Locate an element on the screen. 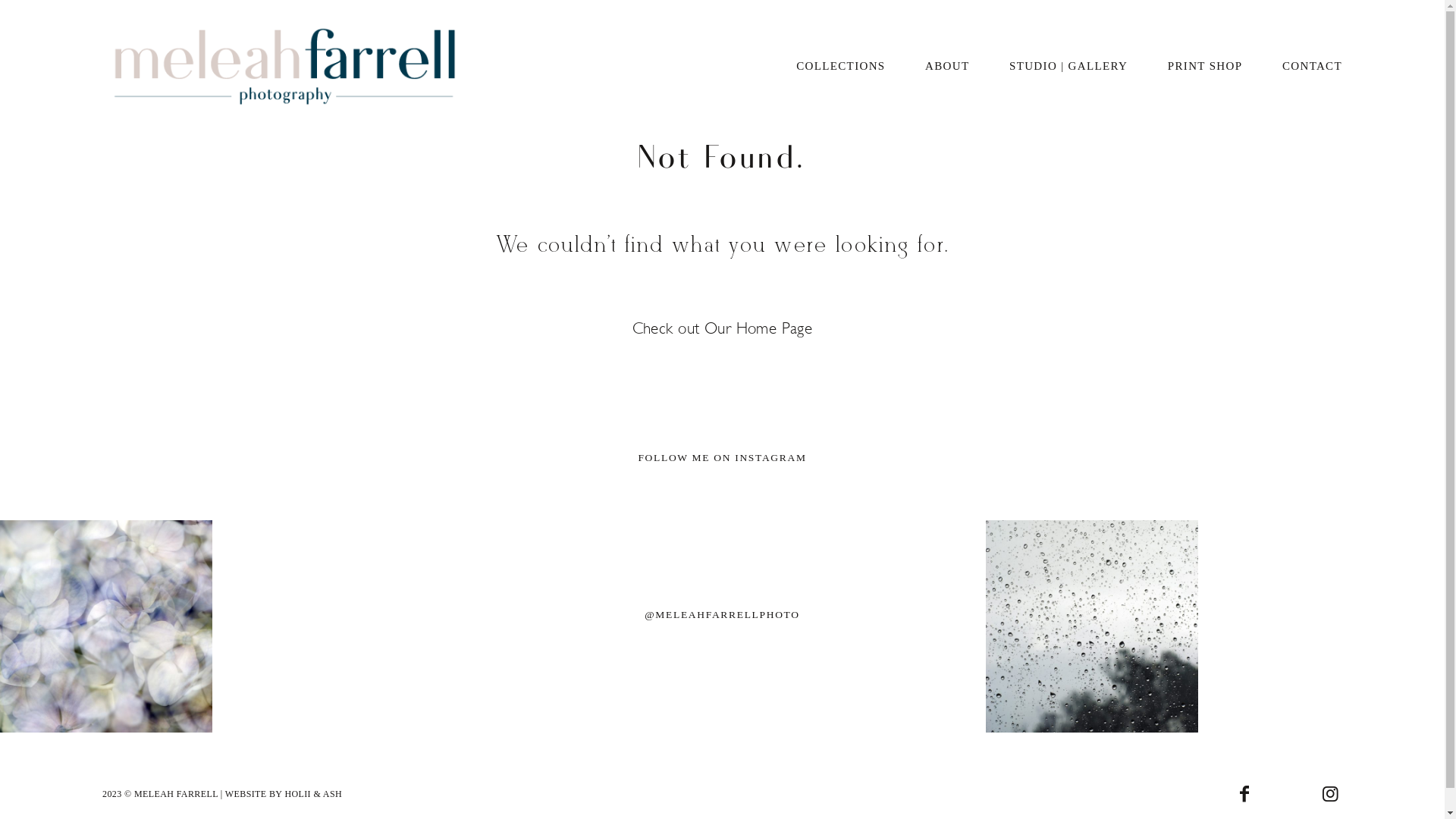 The height and width of the screenshot is (819, 1456). 'CONTACT' is located at coordinates (1311, 66).